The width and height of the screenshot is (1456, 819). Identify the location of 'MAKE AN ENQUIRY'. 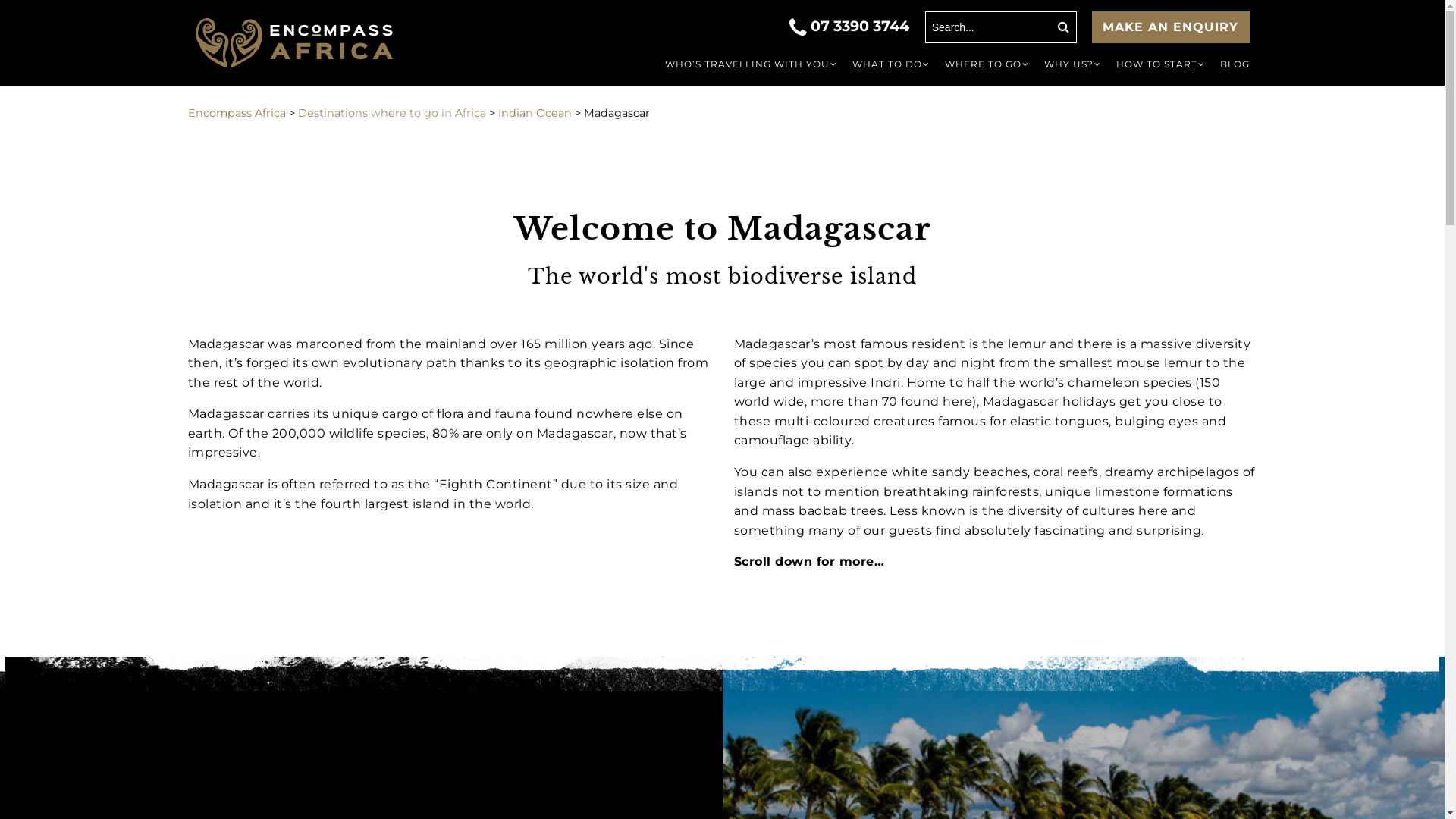
(1170, 27).